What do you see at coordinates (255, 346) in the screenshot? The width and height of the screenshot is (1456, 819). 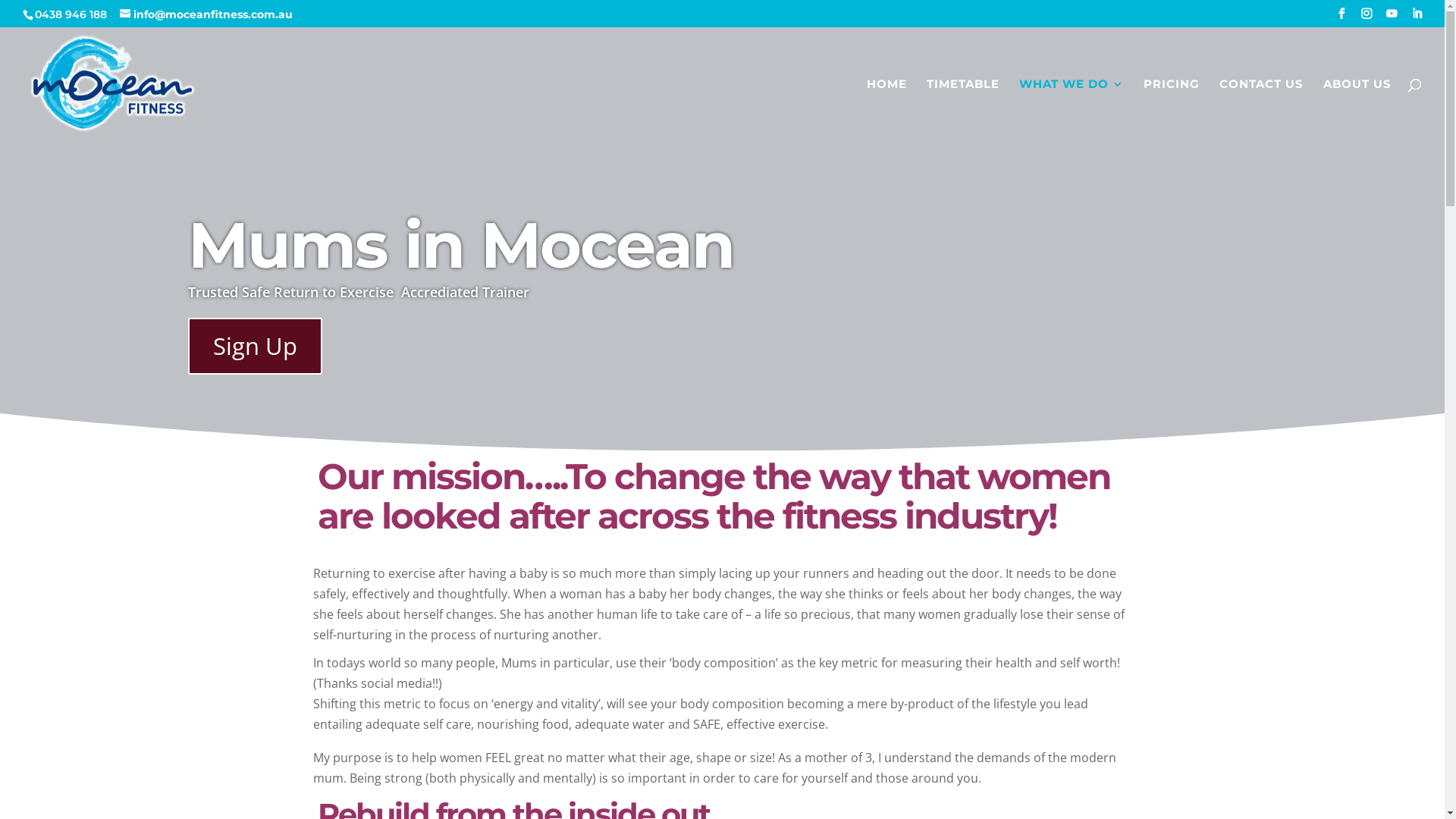 I see `'Sign Up'` at bounding box center [255, 346].